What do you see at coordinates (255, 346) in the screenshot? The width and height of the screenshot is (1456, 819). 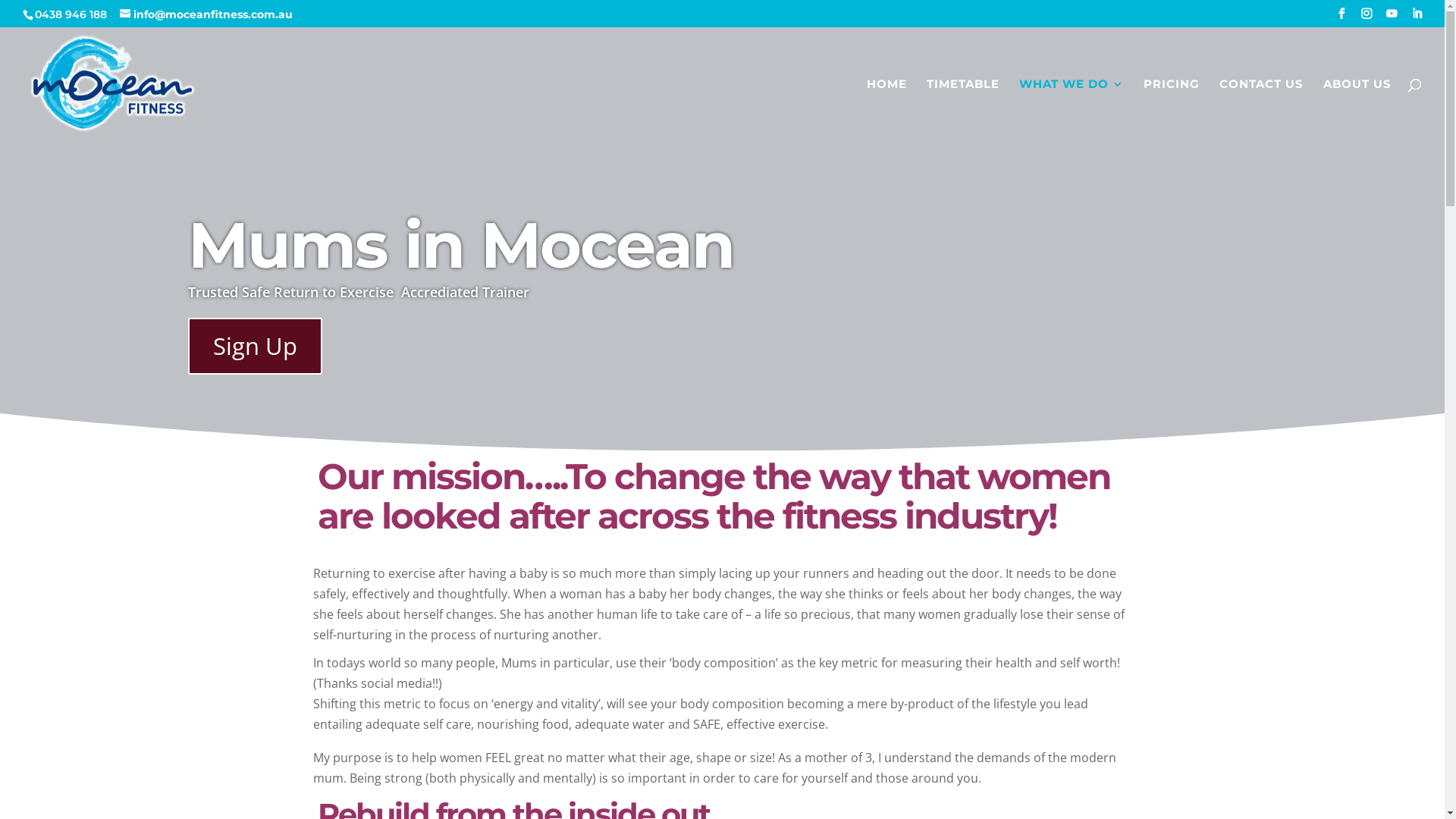 I see `'Sign Up'` at bounding box center [255, 346].